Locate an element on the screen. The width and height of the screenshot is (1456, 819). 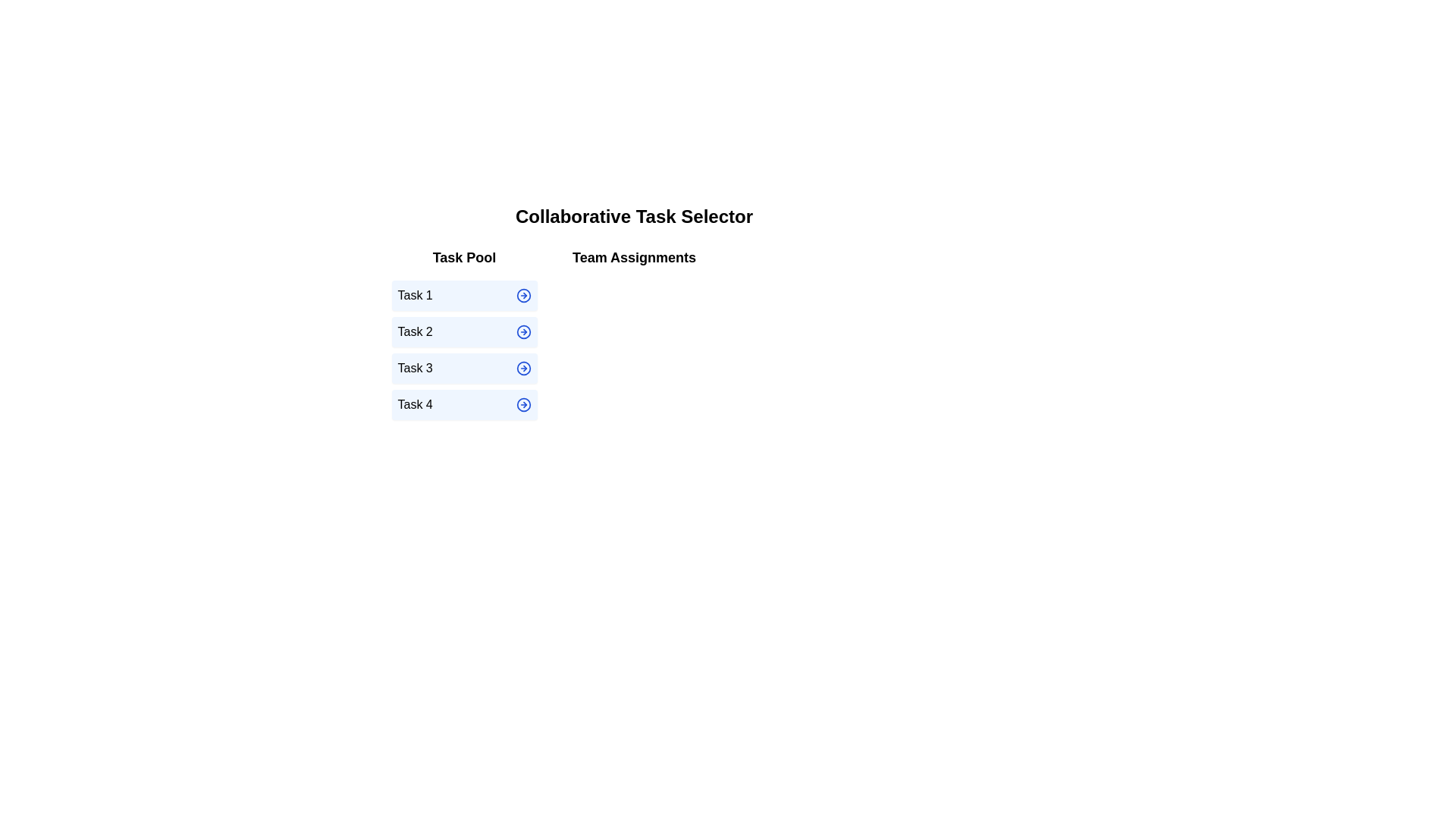
the arrow icon next to the task Task 1 in the Task Pool to move it to Team Assignments is located at coordinates (523, 295).